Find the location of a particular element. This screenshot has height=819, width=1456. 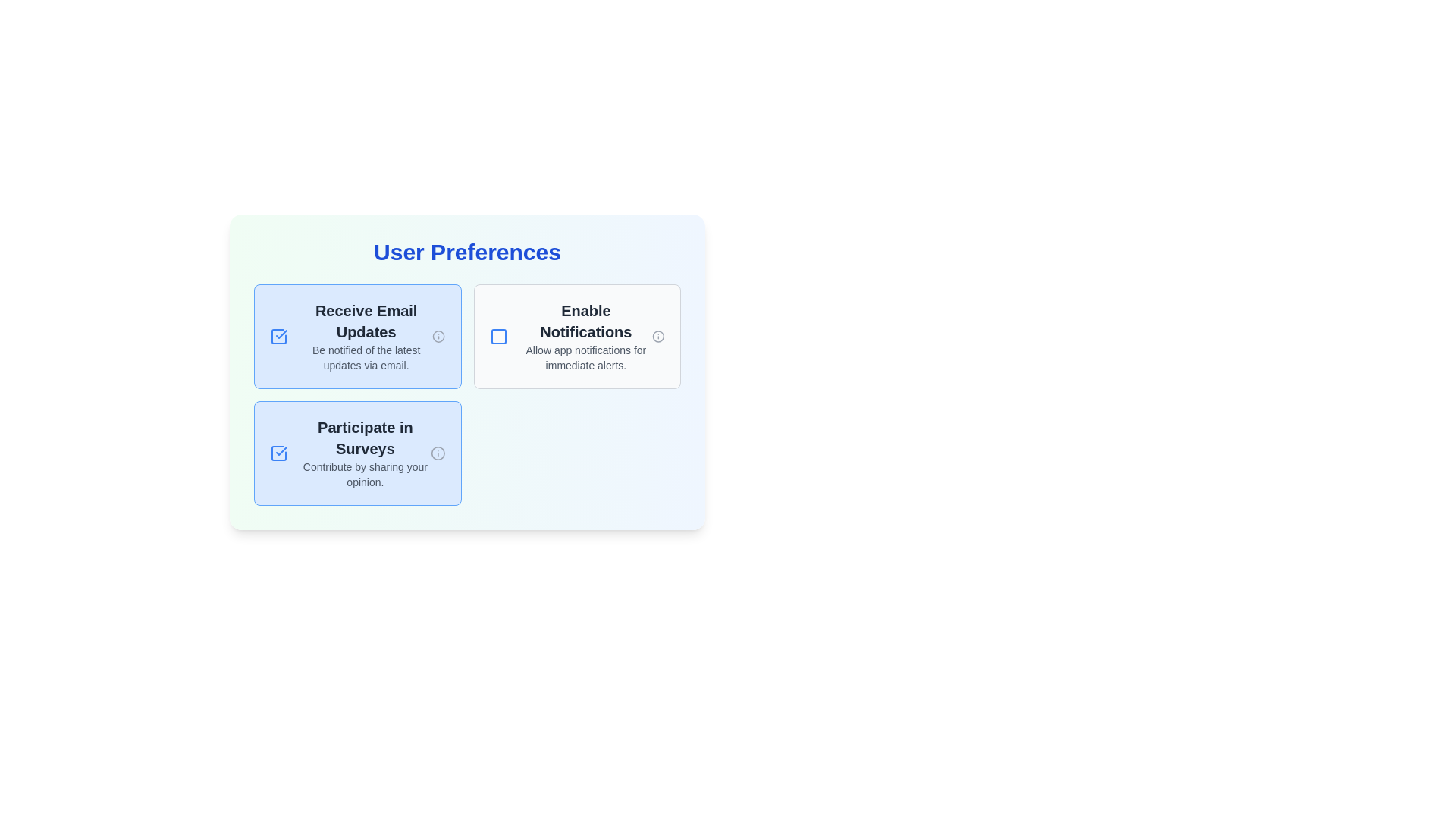

the information icon located in the upper right corner of the 'Receive Email Updates' section is located at coordinates (438, 335).